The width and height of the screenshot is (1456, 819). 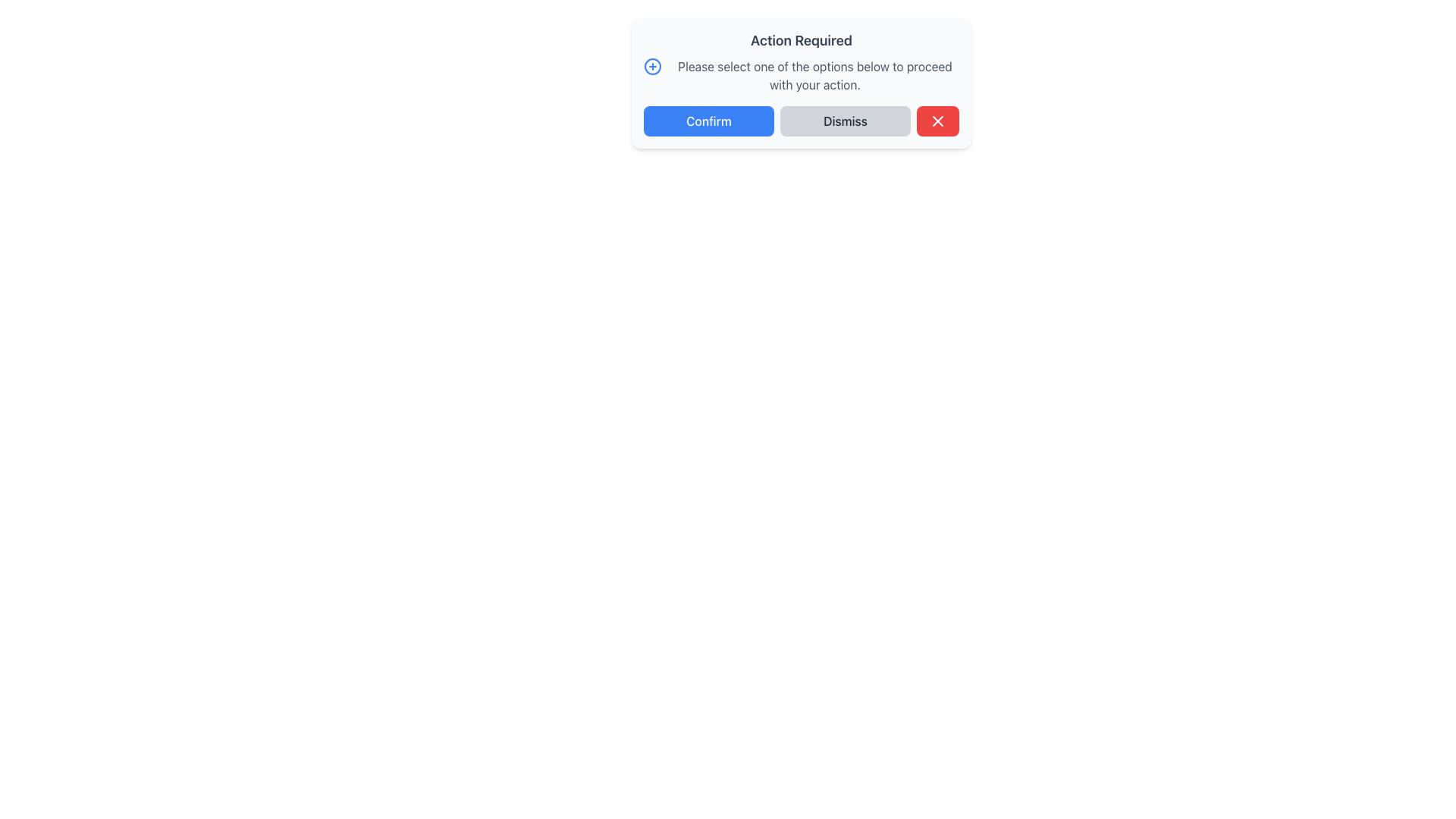 What do you see at coordinates (652, 66) in the screenshot?
I see `the blue circle SVG shape located near the top-left corner of the message box` at bounding box center [652, 66].